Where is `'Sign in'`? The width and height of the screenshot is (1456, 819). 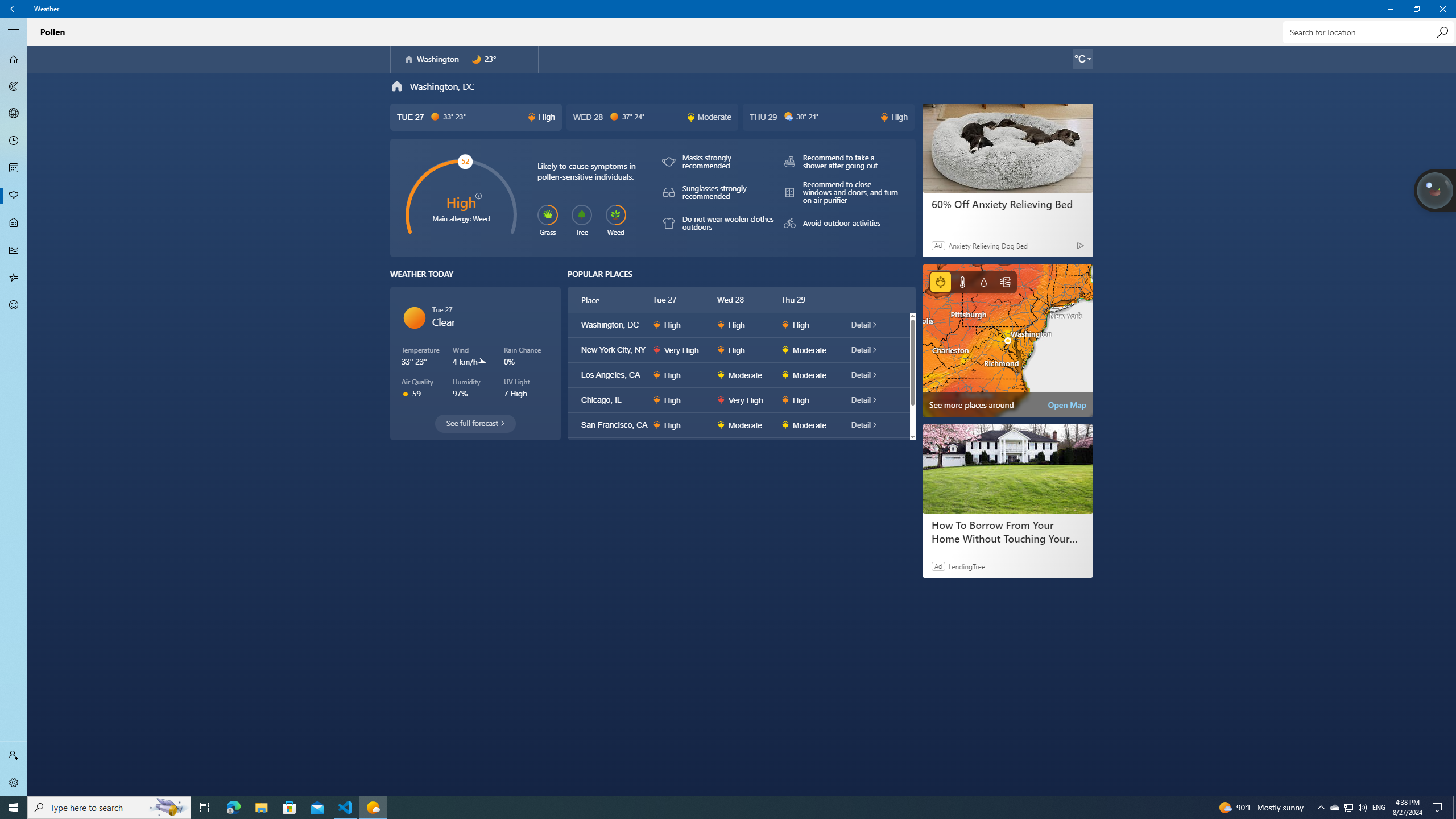 'Sign in' is located at coordinates (14, 755).